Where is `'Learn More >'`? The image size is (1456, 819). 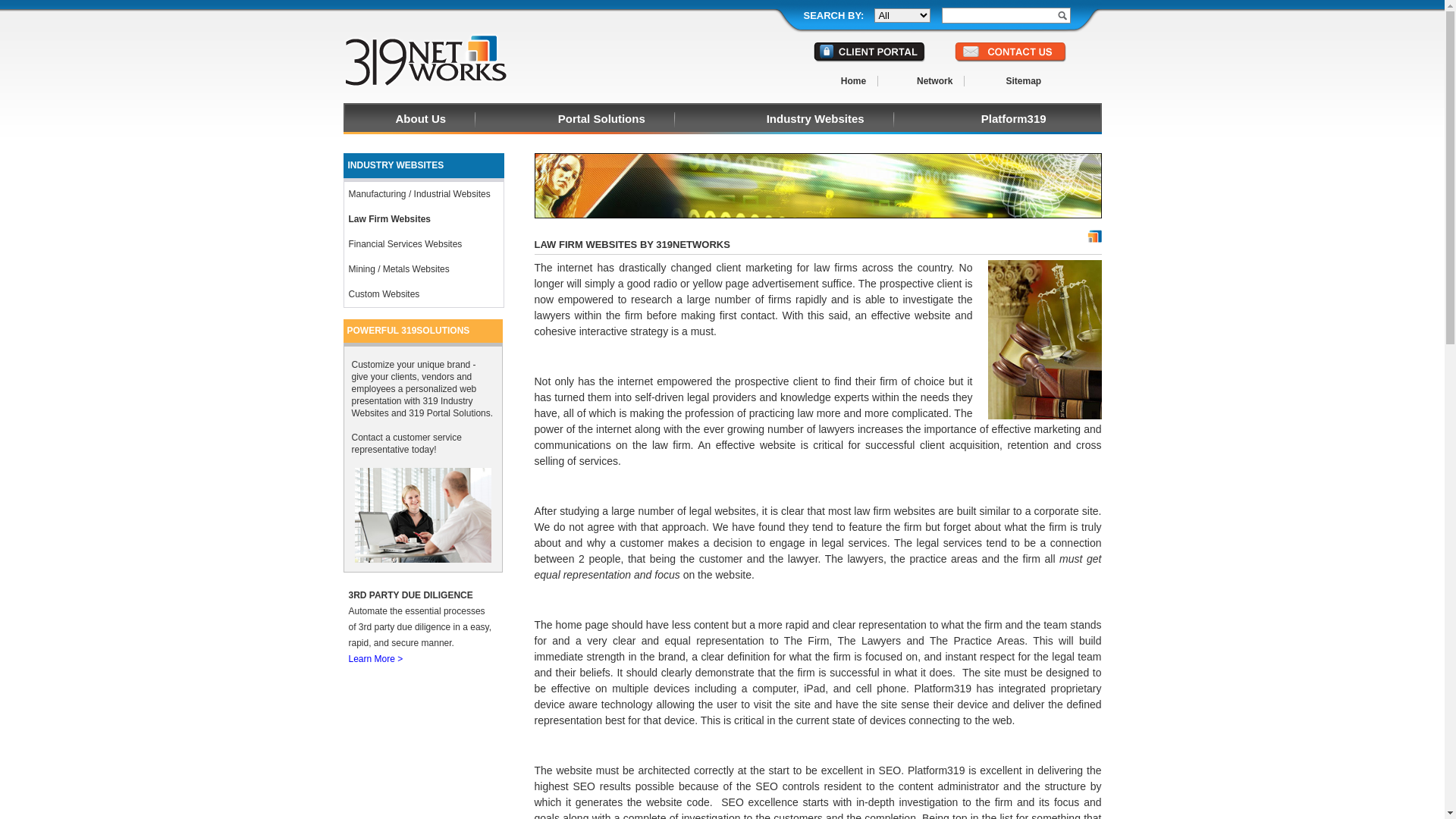 'Learn More >' is located at coordinates (348, 657).